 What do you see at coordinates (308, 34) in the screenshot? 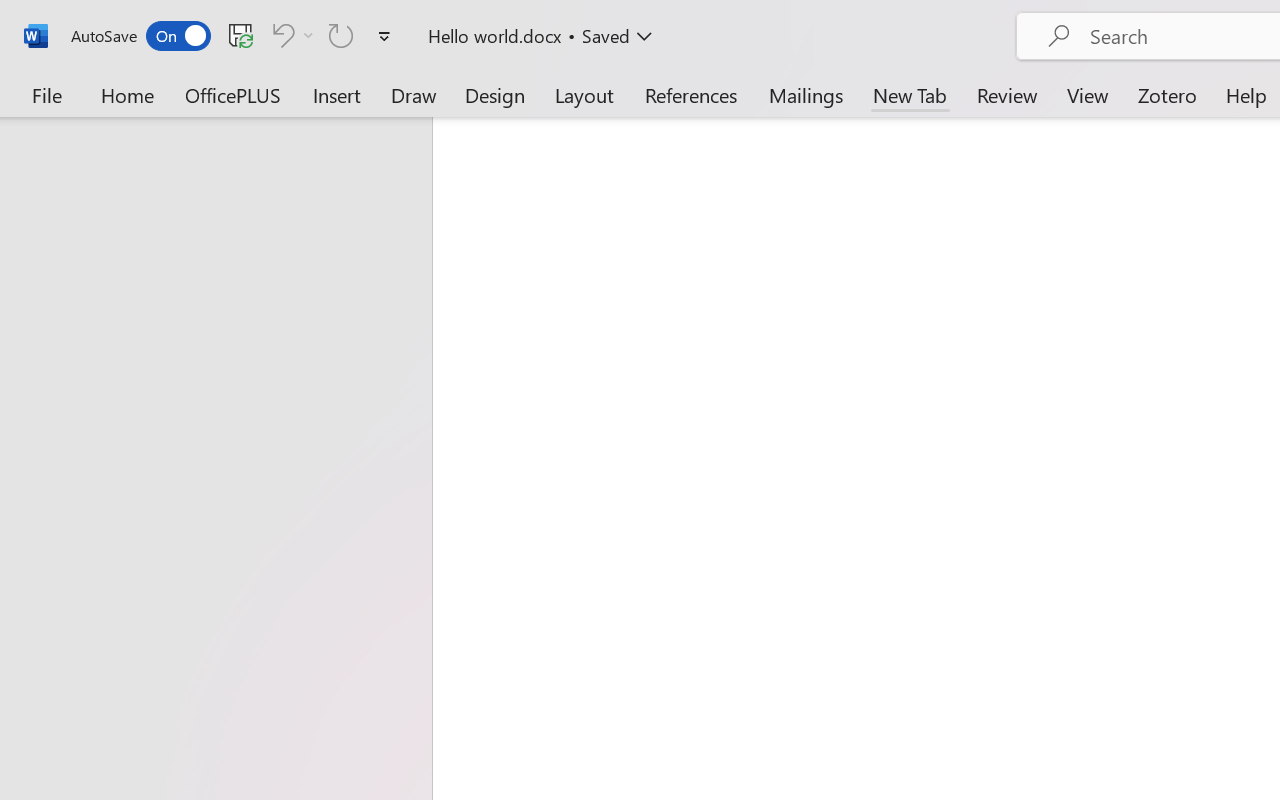
I see `'More Options'` at bounding box center [308, 34].